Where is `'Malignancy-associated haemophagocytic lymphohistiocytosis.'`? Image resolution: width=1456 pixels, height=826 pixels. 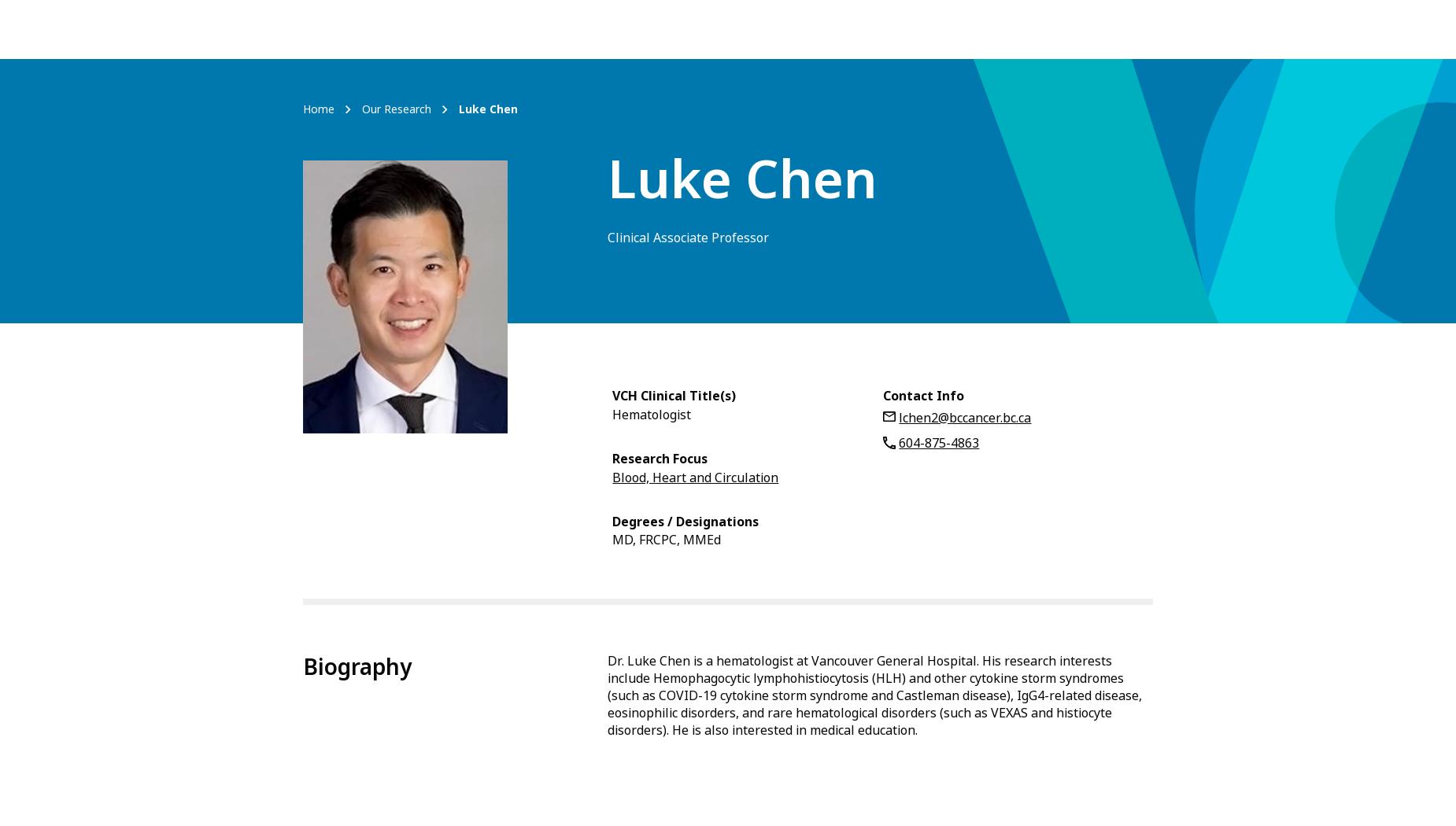 'Malignancy-associated haemophagocytic lymphohistiocytosis.' is located at coordinates (607, 265).